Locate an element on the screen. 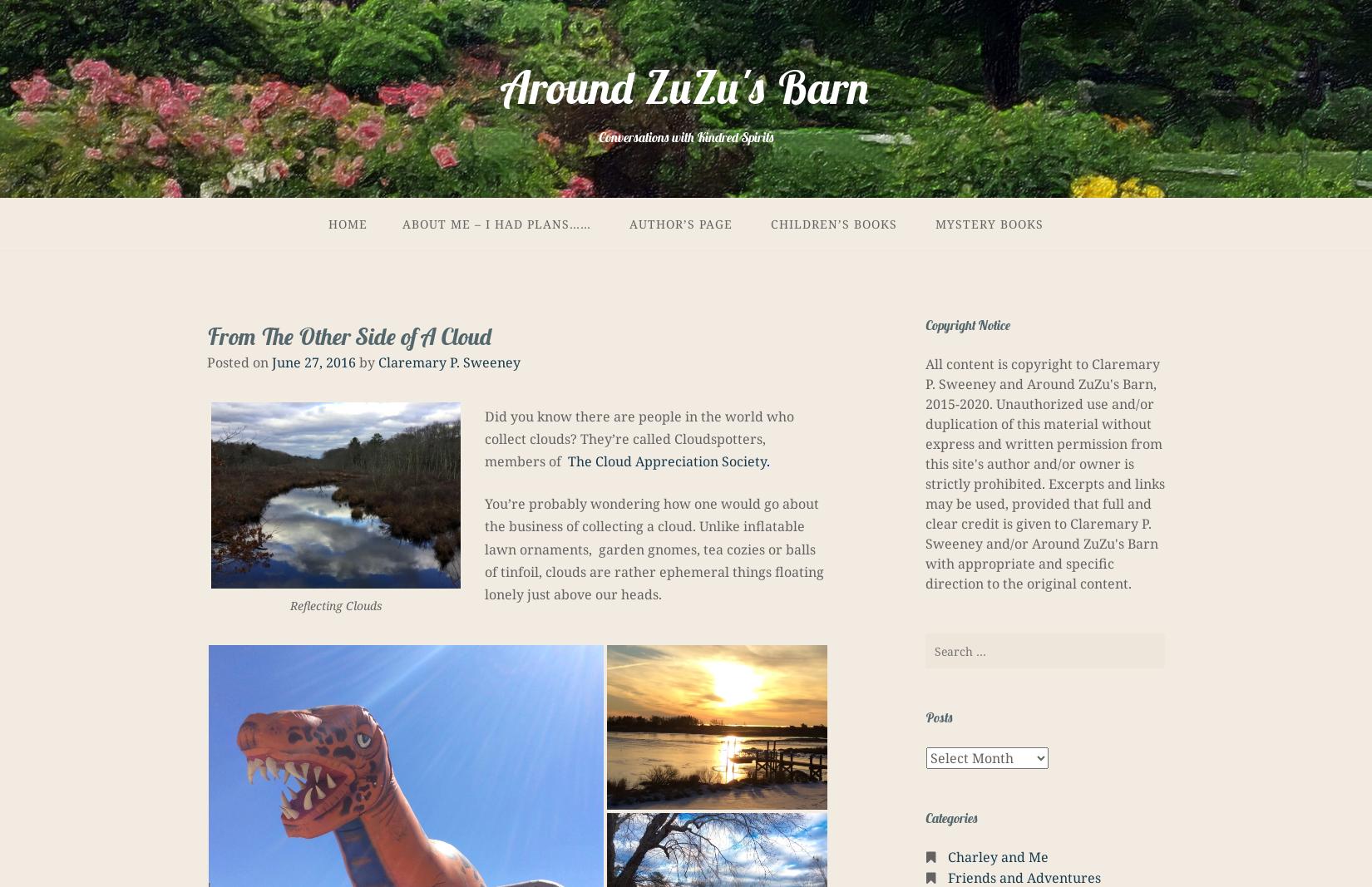 This screenshot has height=887, width=1372. 'Did you know there are people in the world who collect clouds? They’re called Cloudspotters, members of' is located at coordinates (483, 437).